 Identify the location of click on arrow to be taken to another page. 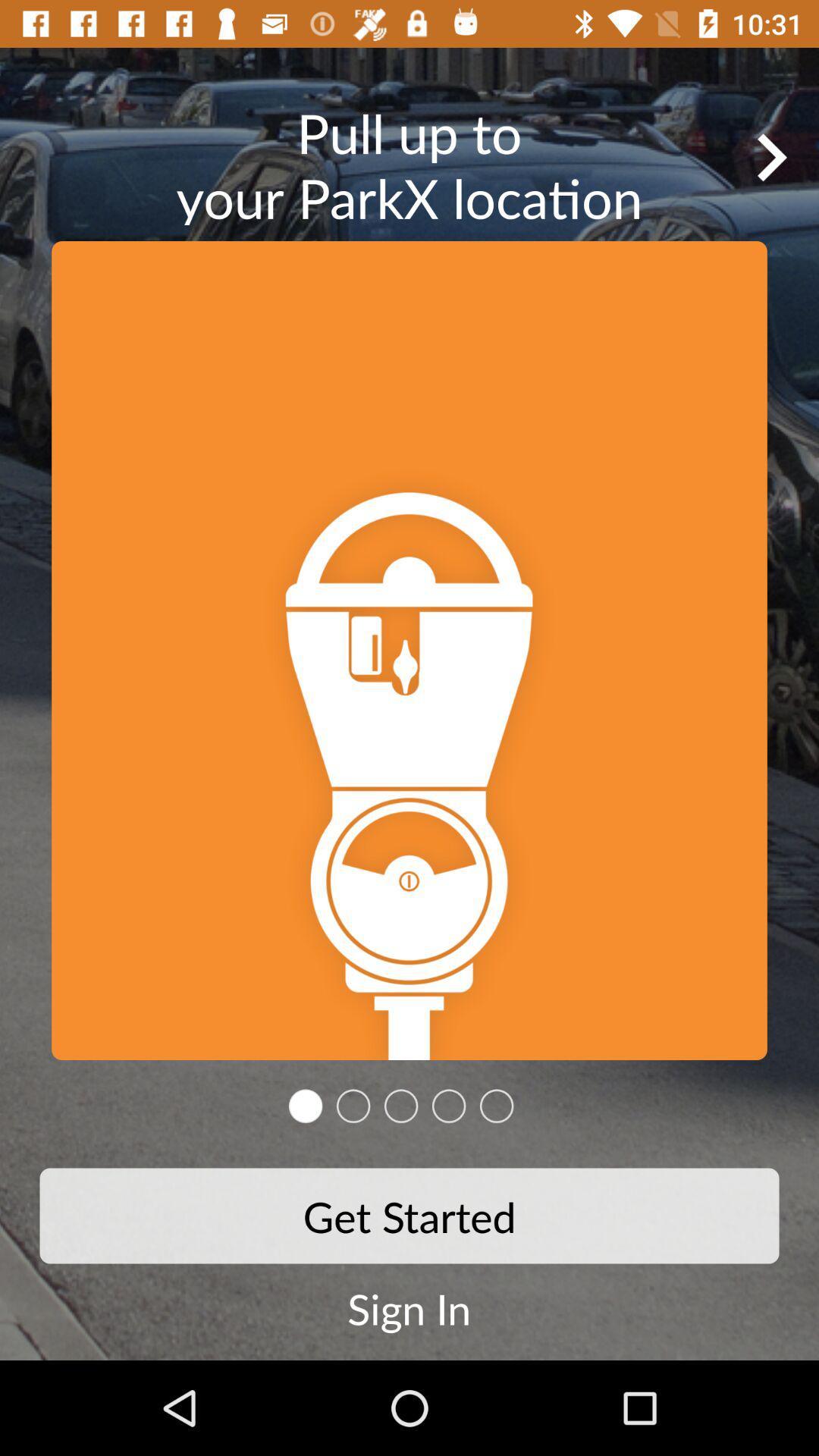
(771, 157).